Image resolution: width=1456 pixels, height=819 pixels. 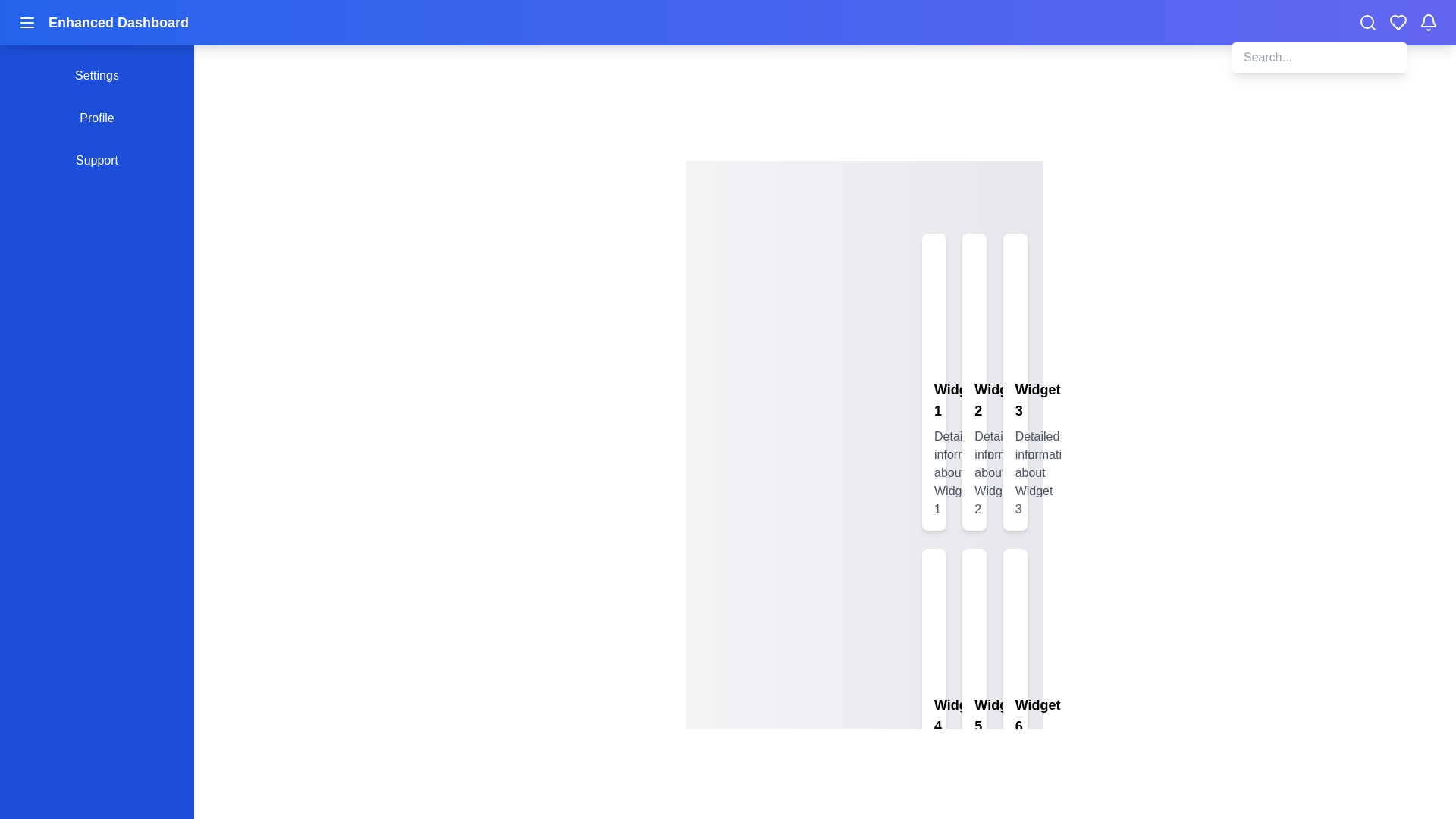 I want to click on the magnifying glass icon located at the top-right corner of the navigation bar, so click(x=1368, y=23).